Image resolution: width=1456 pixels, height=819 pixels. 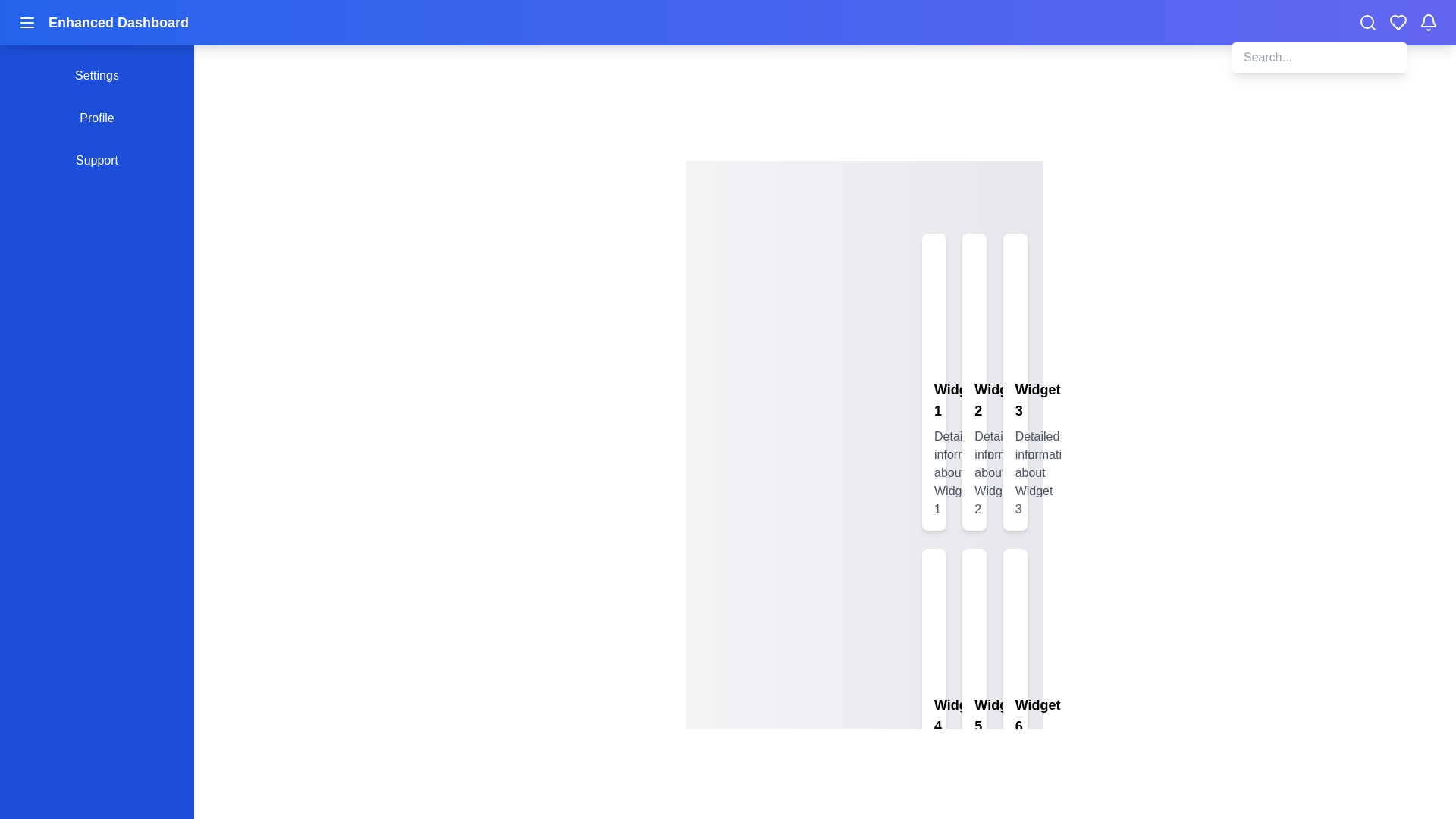 I want to click on the magnifying glass icon located at the top-right corner of the navigation bar, so click(x=1368, y=23).